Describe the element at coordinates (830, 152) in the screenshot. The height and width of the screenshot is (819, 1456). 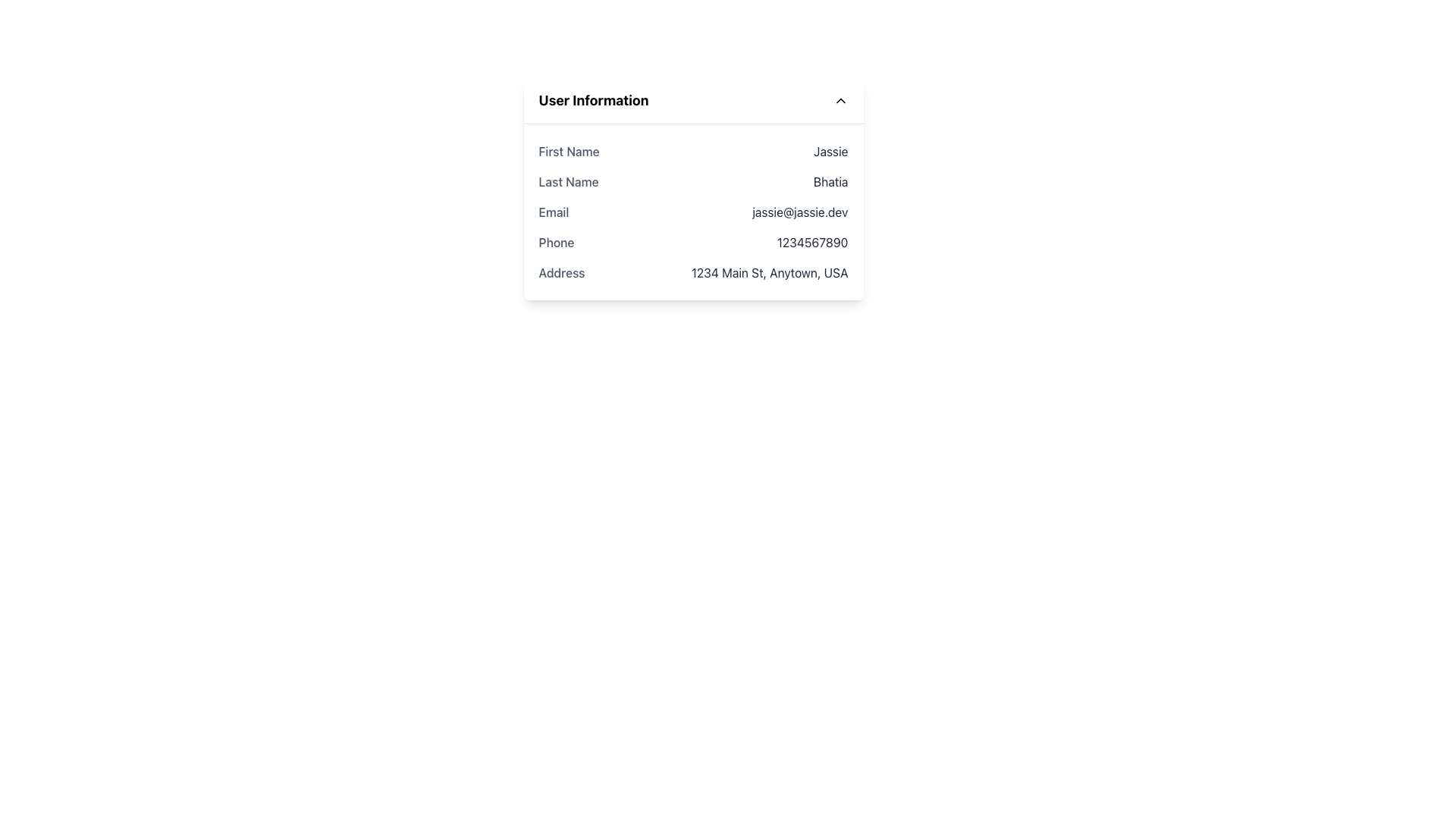
I see `the text label displaying the name 'Jassie' in bold, dark gray font, aligned to the right of the 'First Name' label within the user details card interface` at that location.